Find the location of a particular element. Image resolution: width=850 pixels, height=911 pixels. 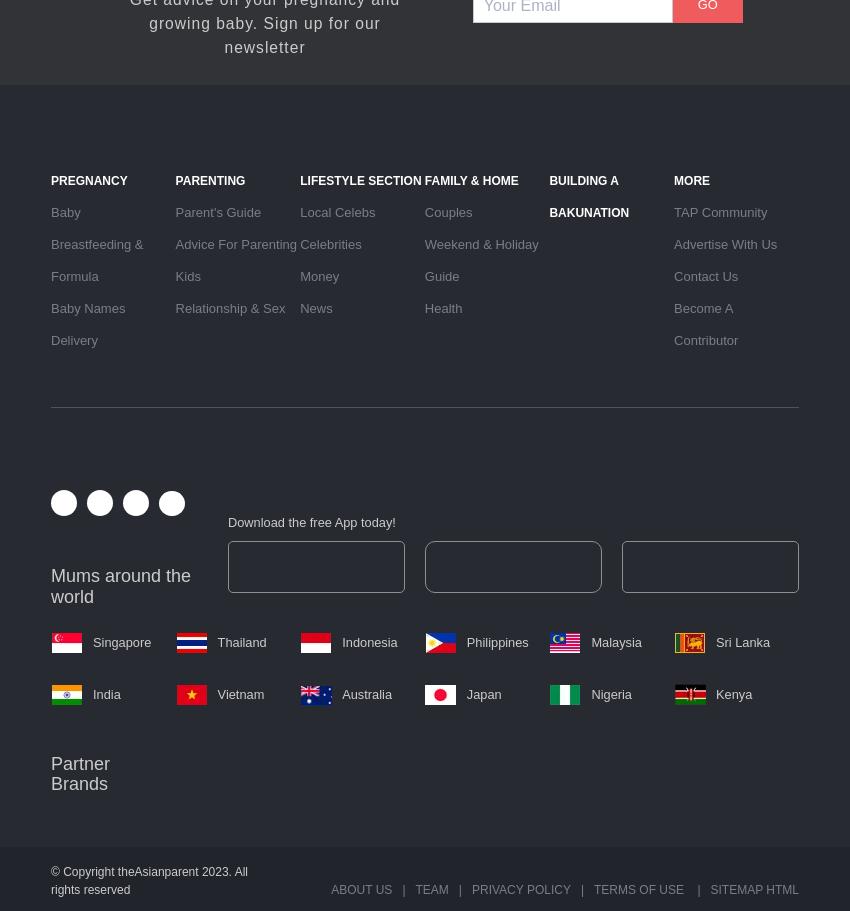

'Download the free App today!' is located at coordinates (311, 521).